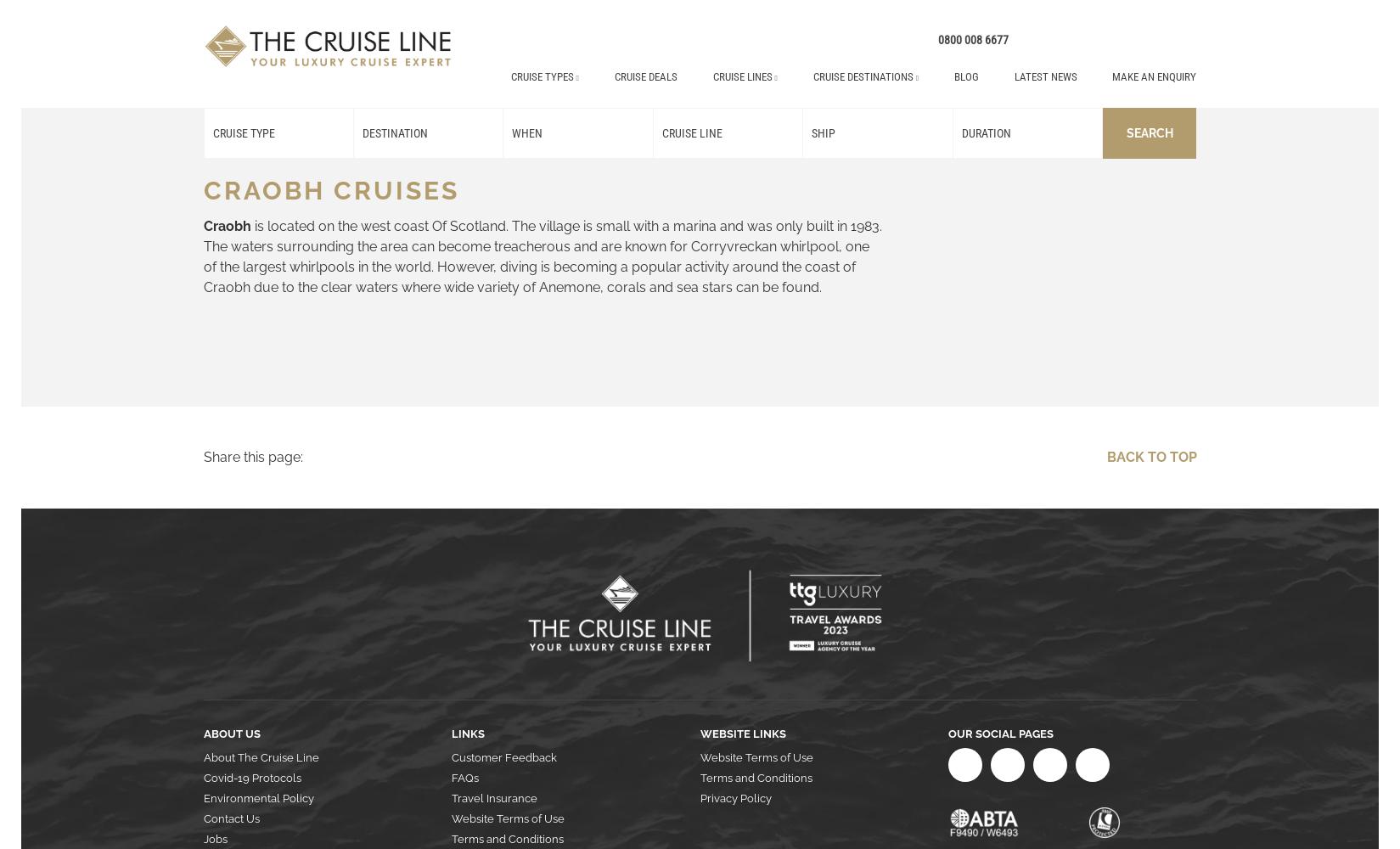  I want to click on 'Search', so click(1125, 132).